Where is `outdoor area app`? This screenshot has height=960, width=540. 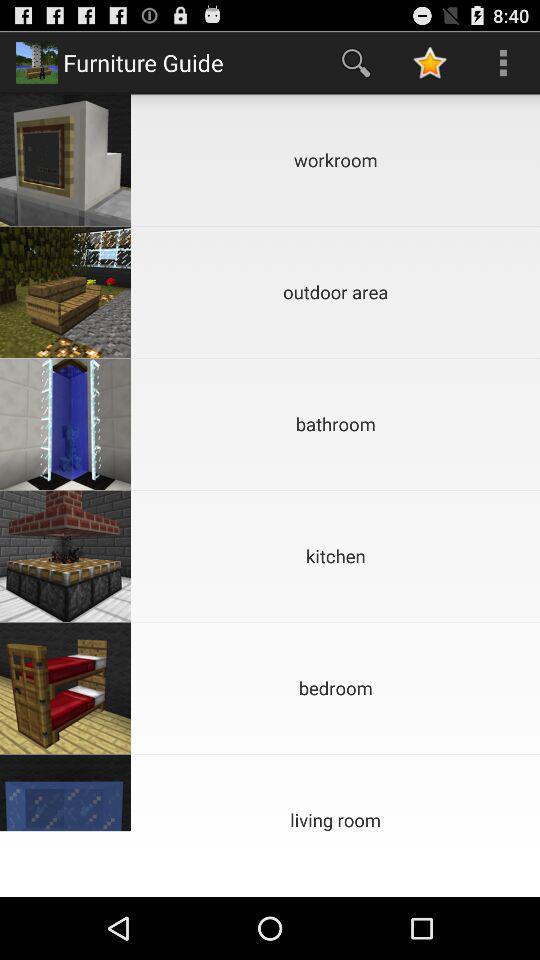
outdoor area app is located at coordinates (335, 291).